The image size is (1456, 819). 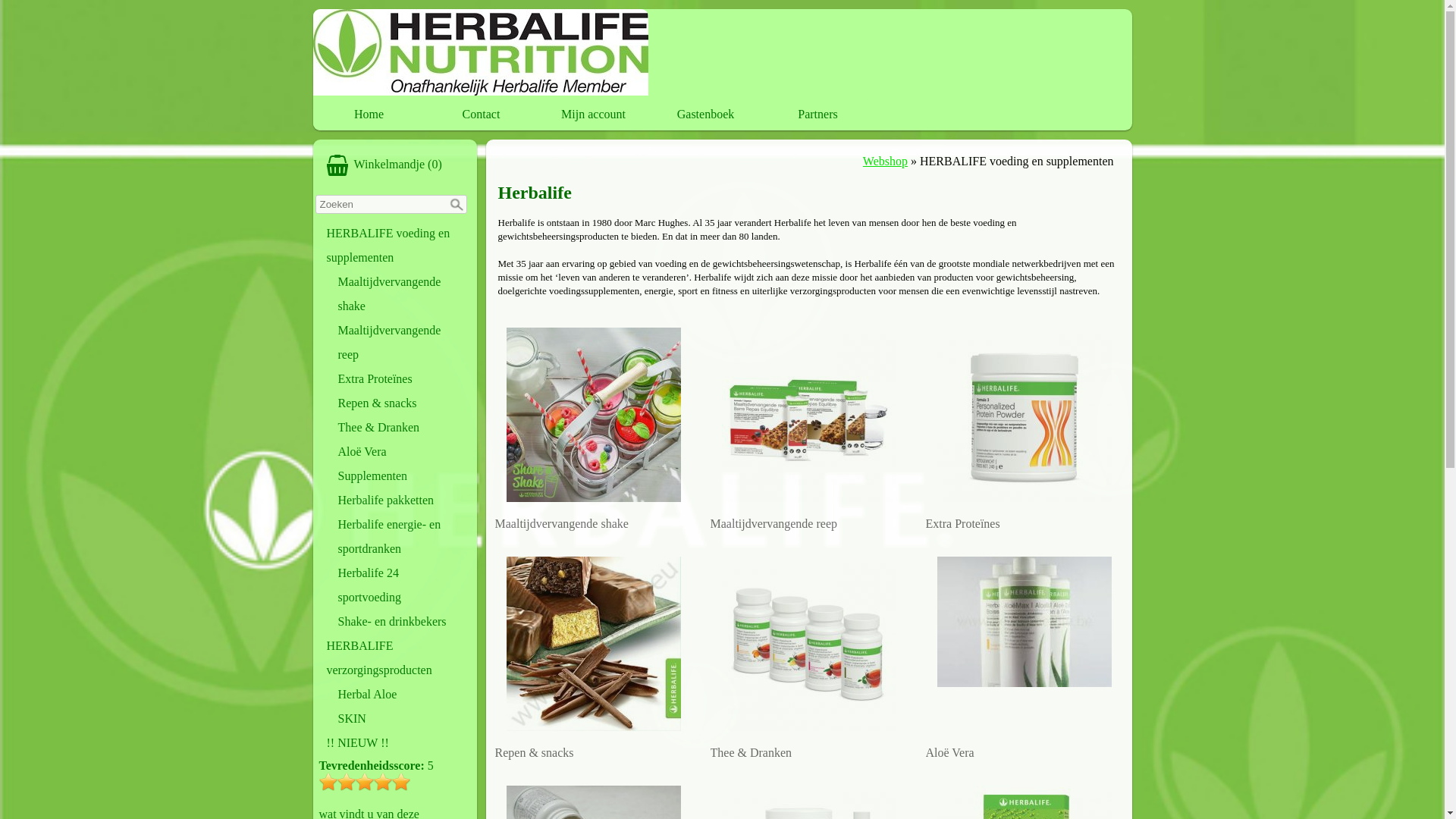 I want to click on 'Mijn account', so click(x=541, y=113).